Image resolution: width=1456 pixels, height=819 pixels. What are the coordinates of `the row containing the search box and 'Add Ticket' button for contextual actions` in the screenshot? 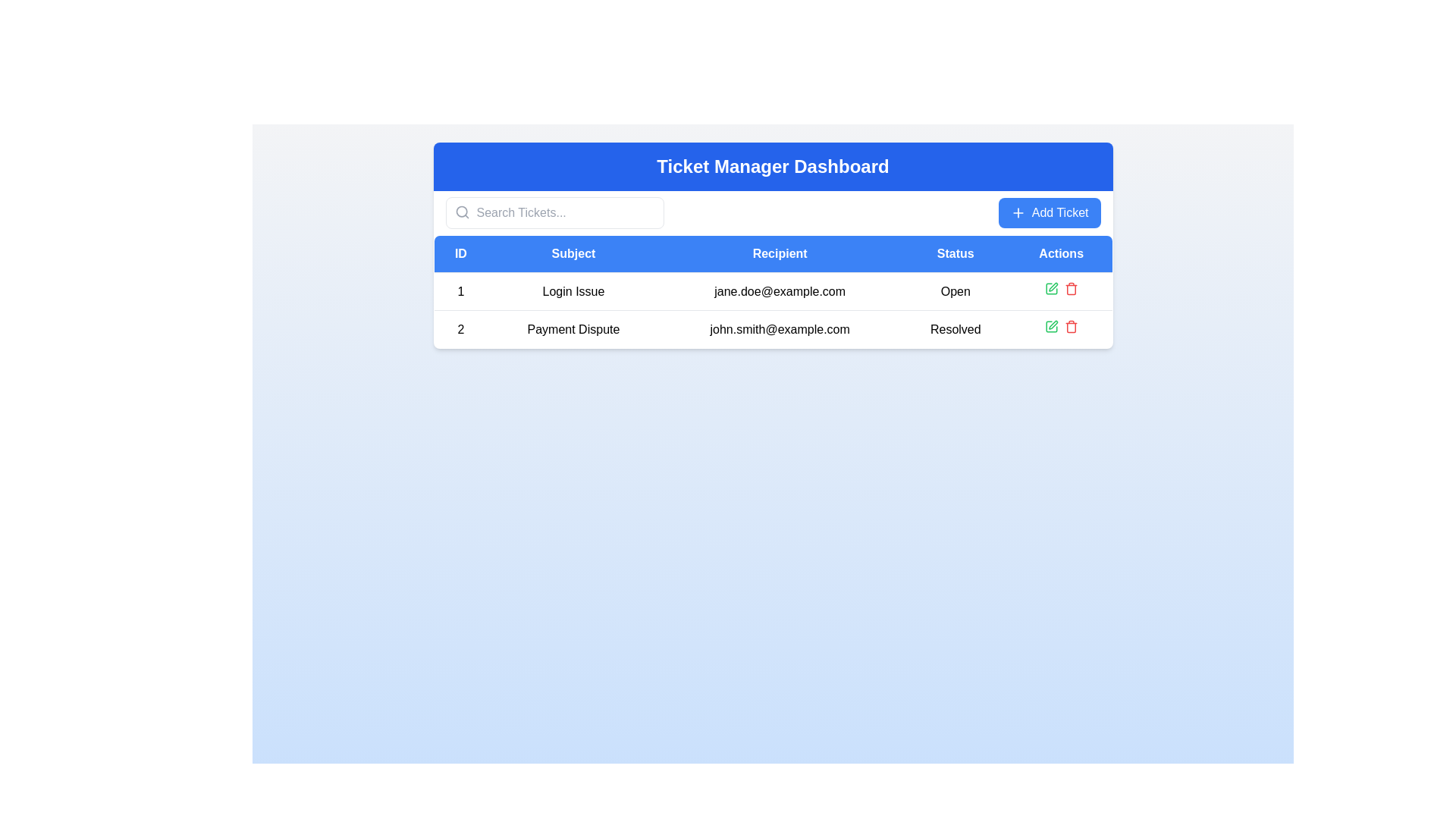 It's located at (773, 213).